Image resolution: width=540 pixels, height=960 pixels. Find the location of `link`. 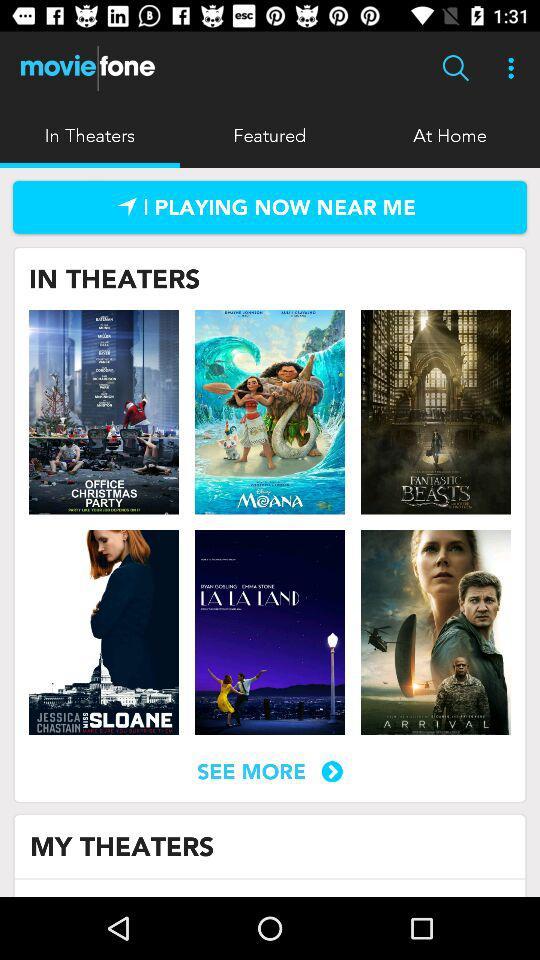

link is located at coordinates (270, 207).